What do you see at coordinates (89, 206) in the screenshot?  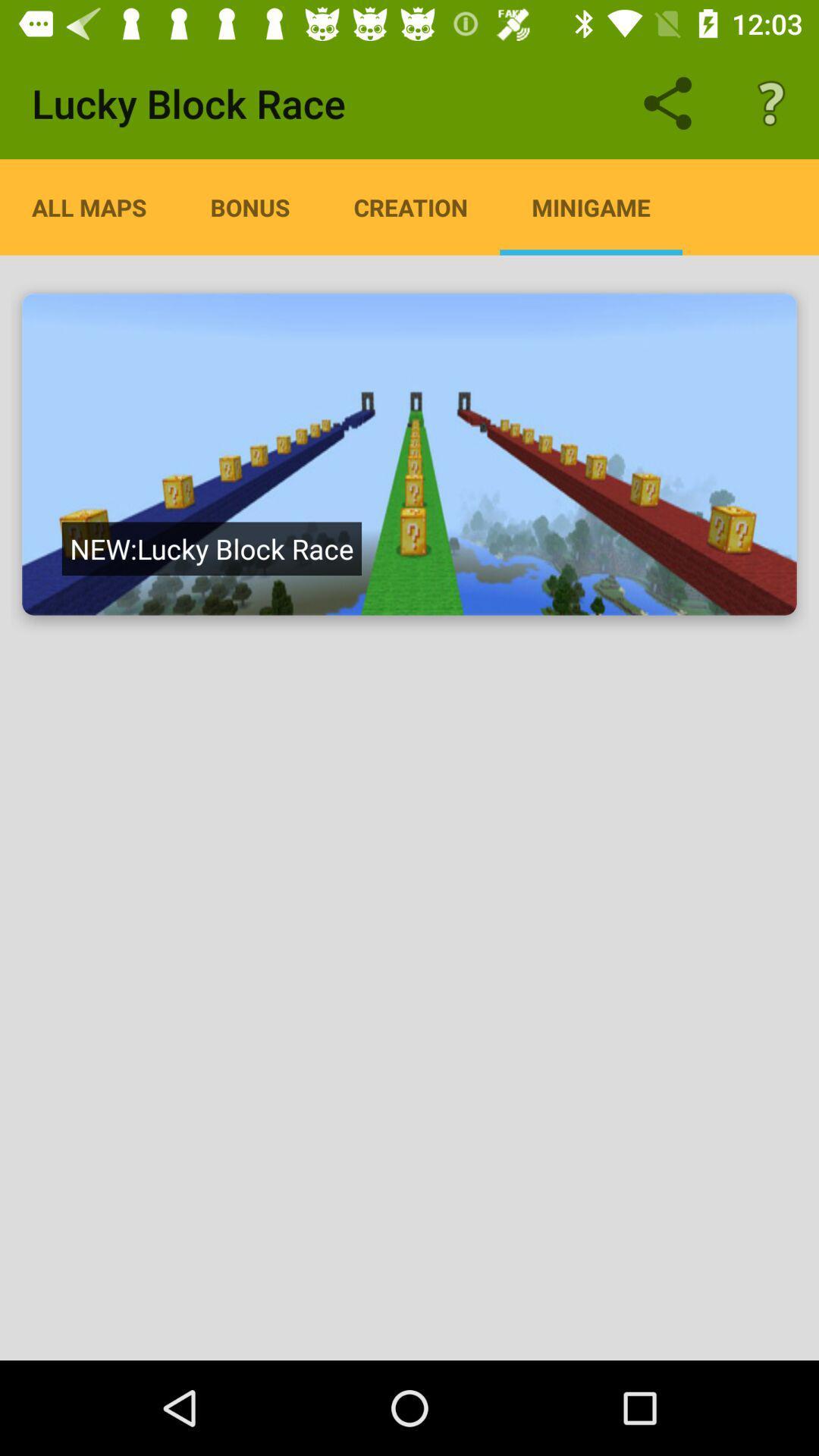 I see `the item next to bonus icon` at bounding box center [89, 206].